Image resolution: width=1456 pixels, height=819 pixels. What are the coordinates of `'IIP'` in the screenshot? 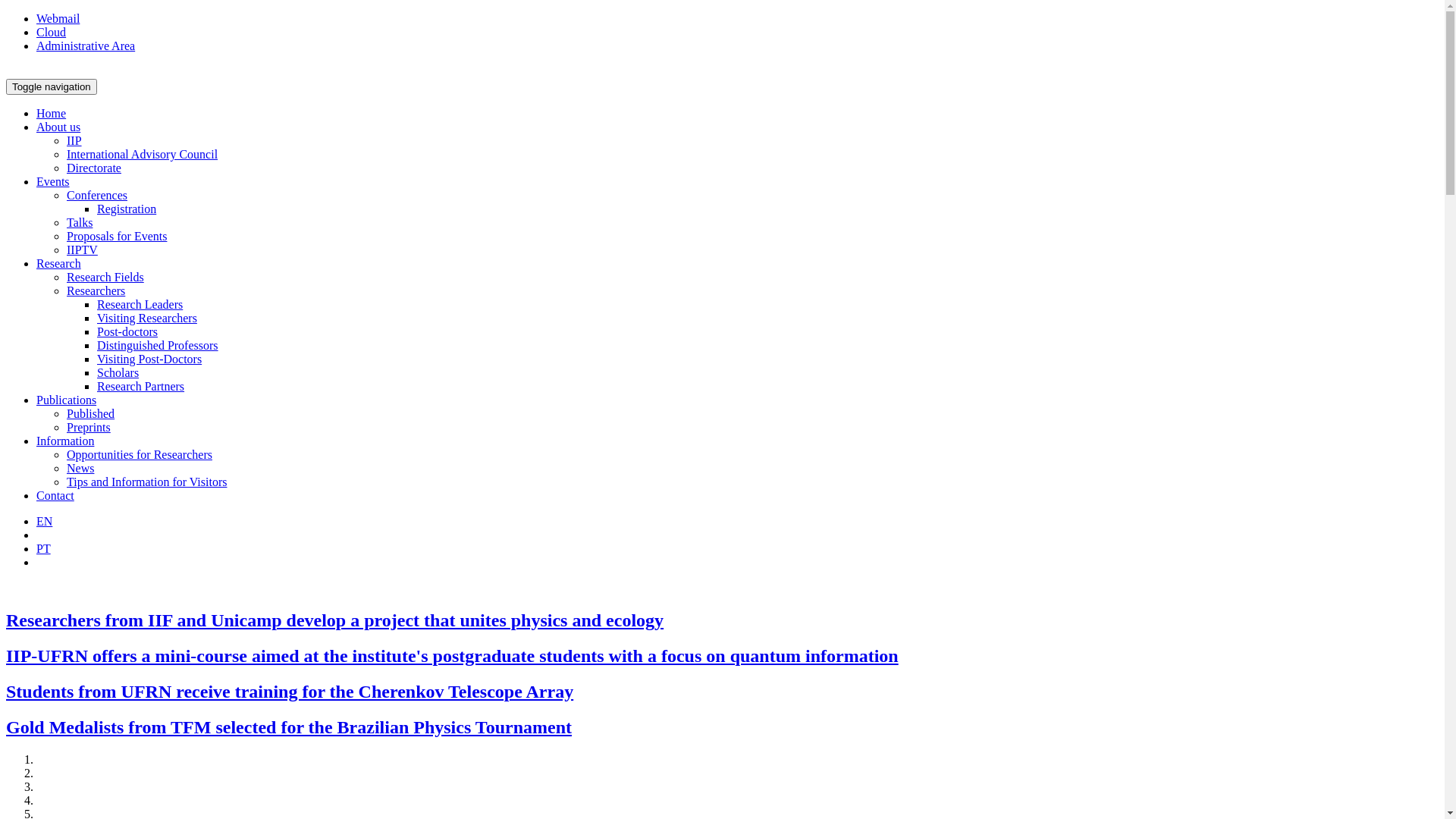 It's located at (73, 140).